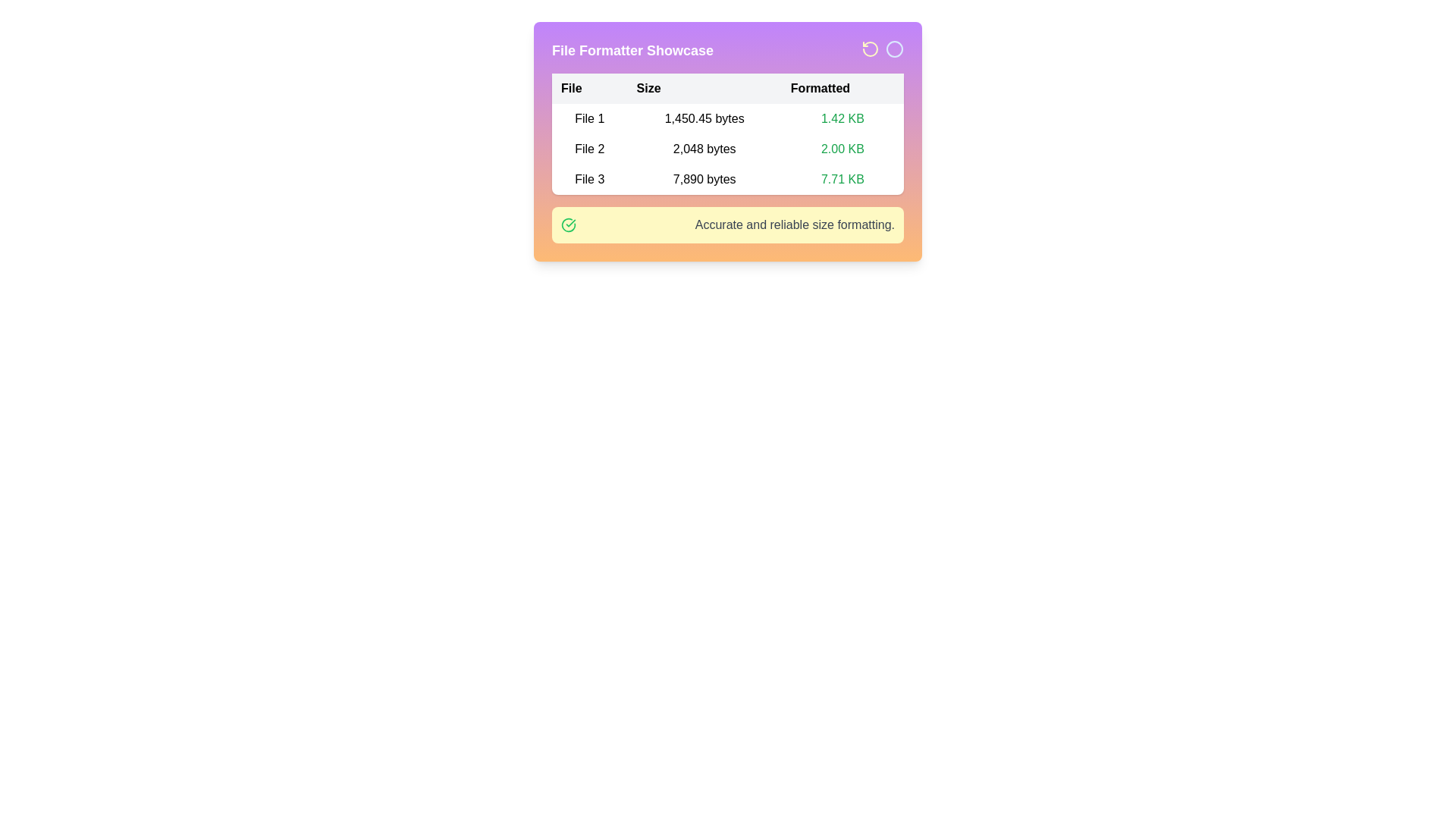 The image size is (1456, 819). What do you see at coordinates (842, 118) in the screenshot?
I see `the text label displaying the formatted size of 'File 1' located in the first row under the 'Formatted' column` at bounding box center [842, 118].